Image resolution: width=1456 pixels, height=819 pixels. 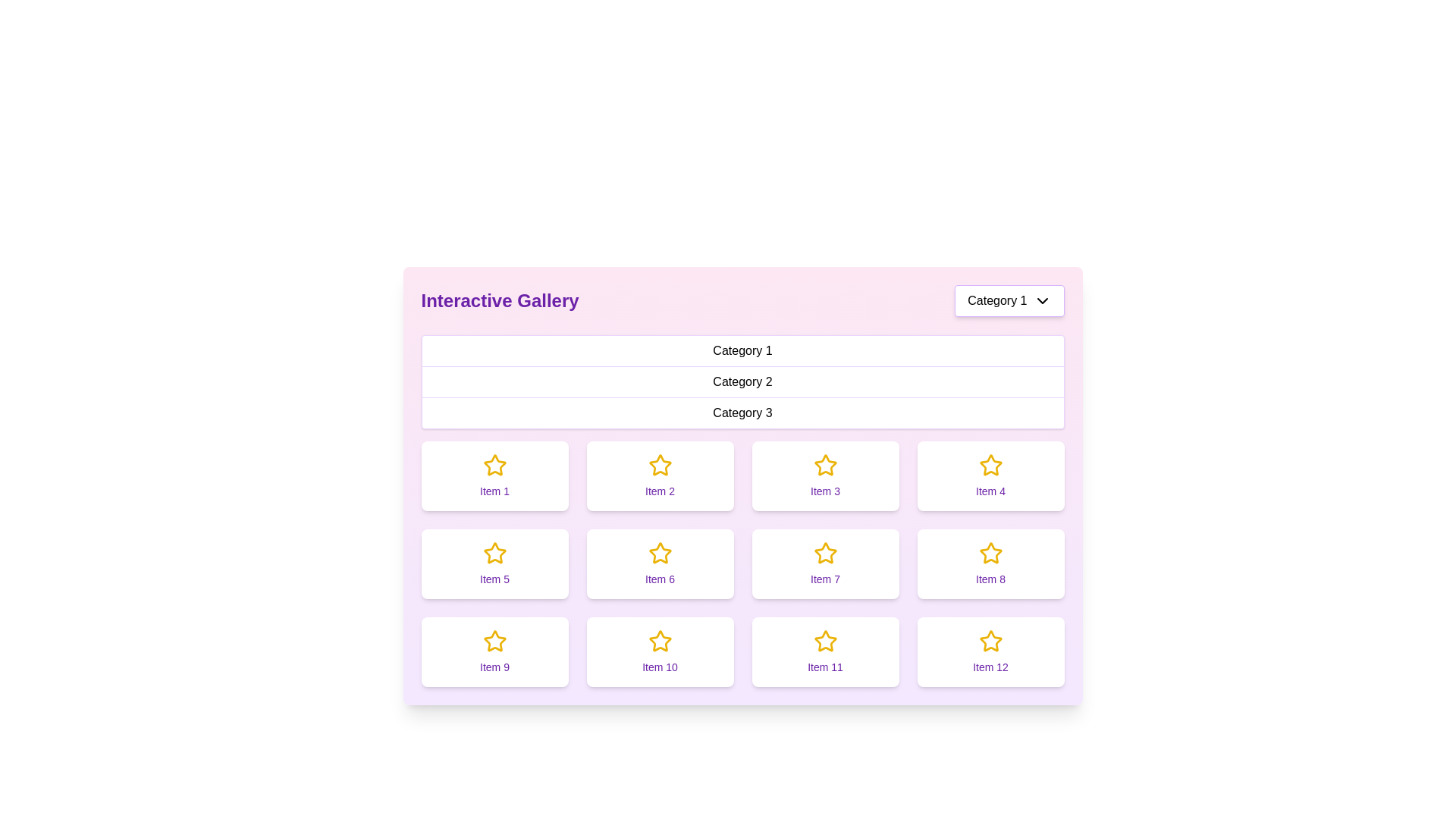 I want to click on the static text label displaying 'Item 8' in purple color, located in the second row and fourth column of the gallery interface, directly below the yellow star icon, so click(x=990, y=579).